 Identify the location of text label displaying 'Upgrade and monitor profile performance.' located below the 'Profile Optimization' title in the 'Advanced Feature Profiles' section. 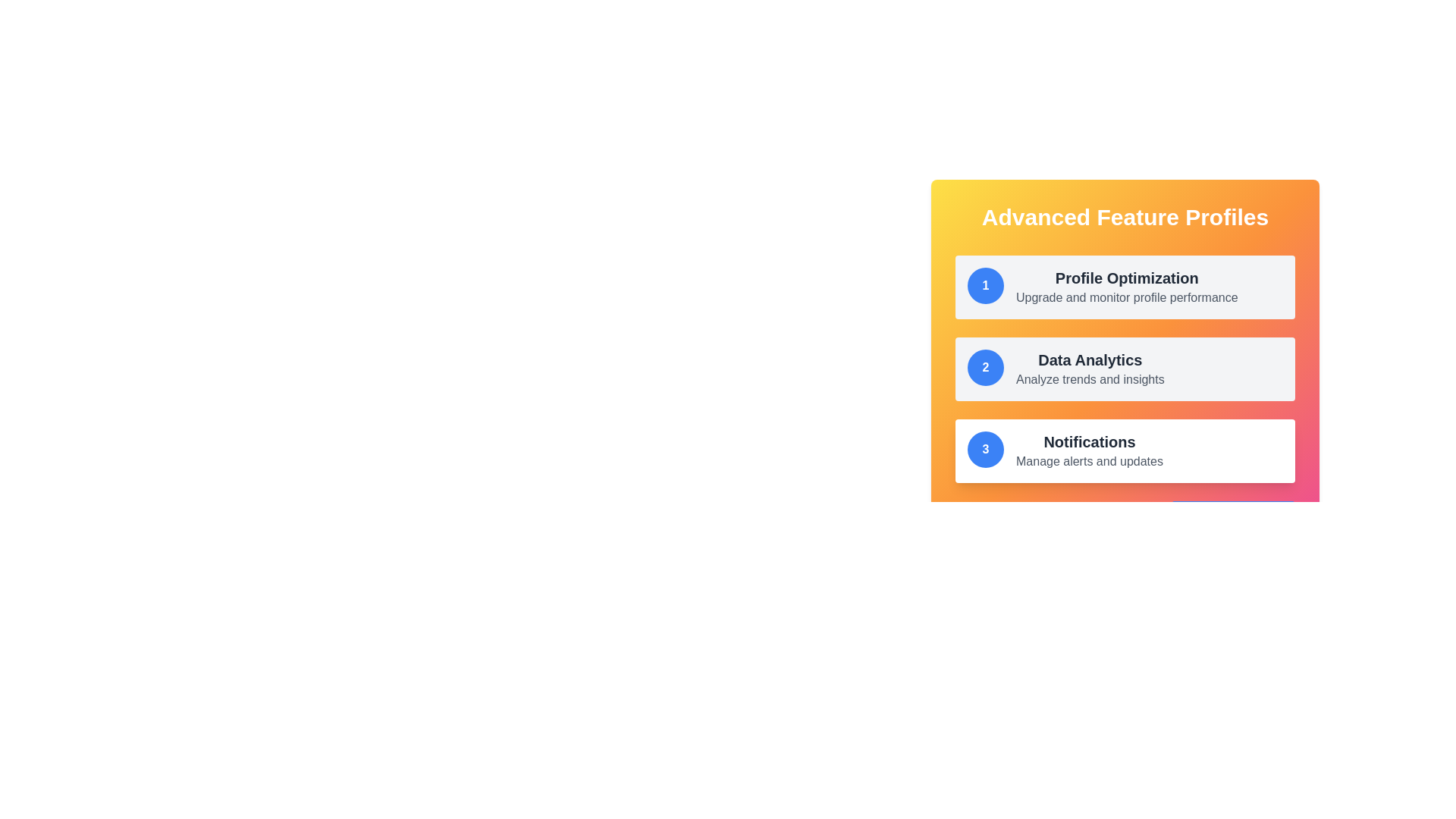
(1127, 298).